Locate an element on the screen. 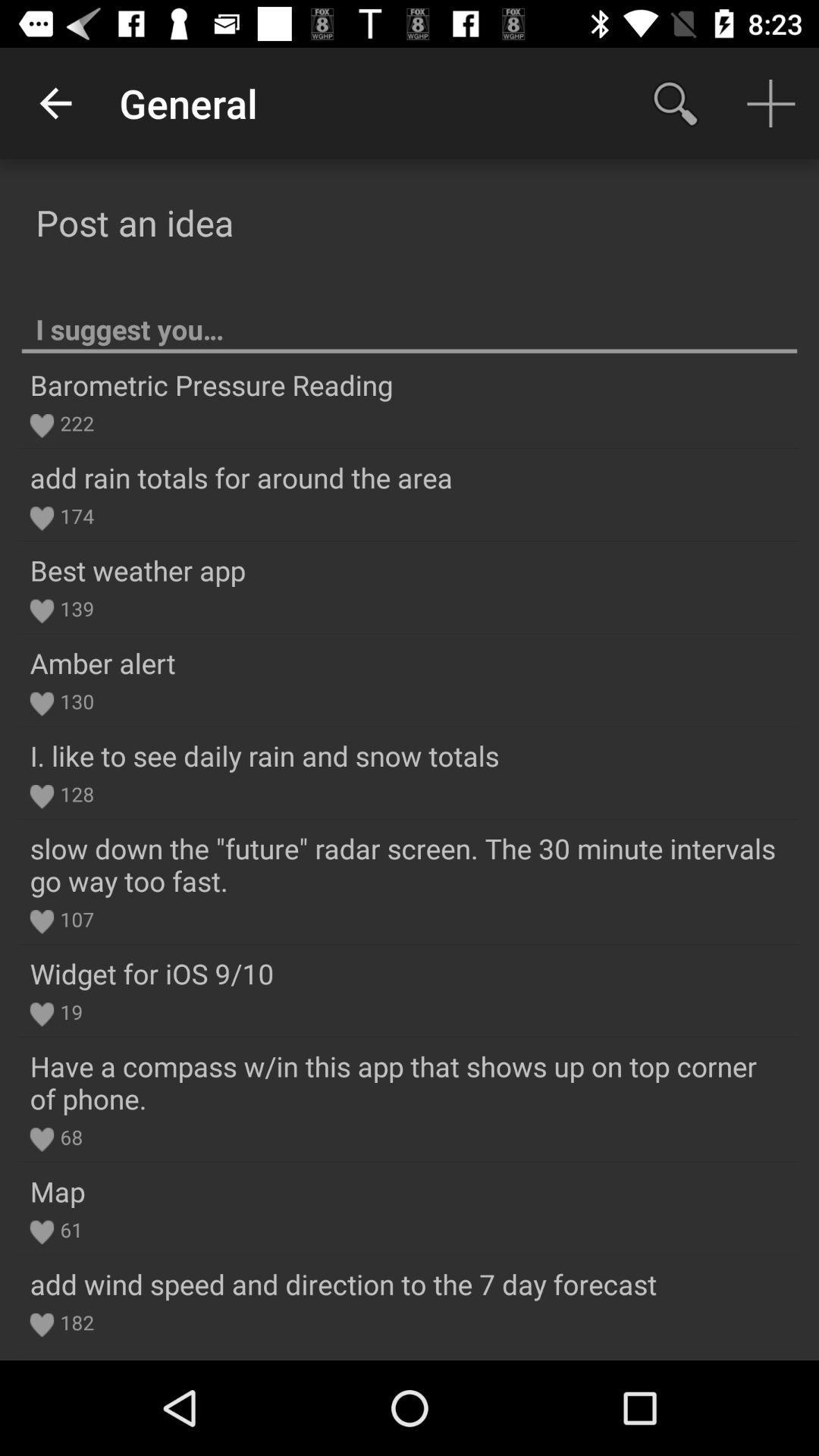 The width and height of the screenshot is (819, 1456). the icon which is below widget for ios 010 on the page is located at coordinates (41, 1015).